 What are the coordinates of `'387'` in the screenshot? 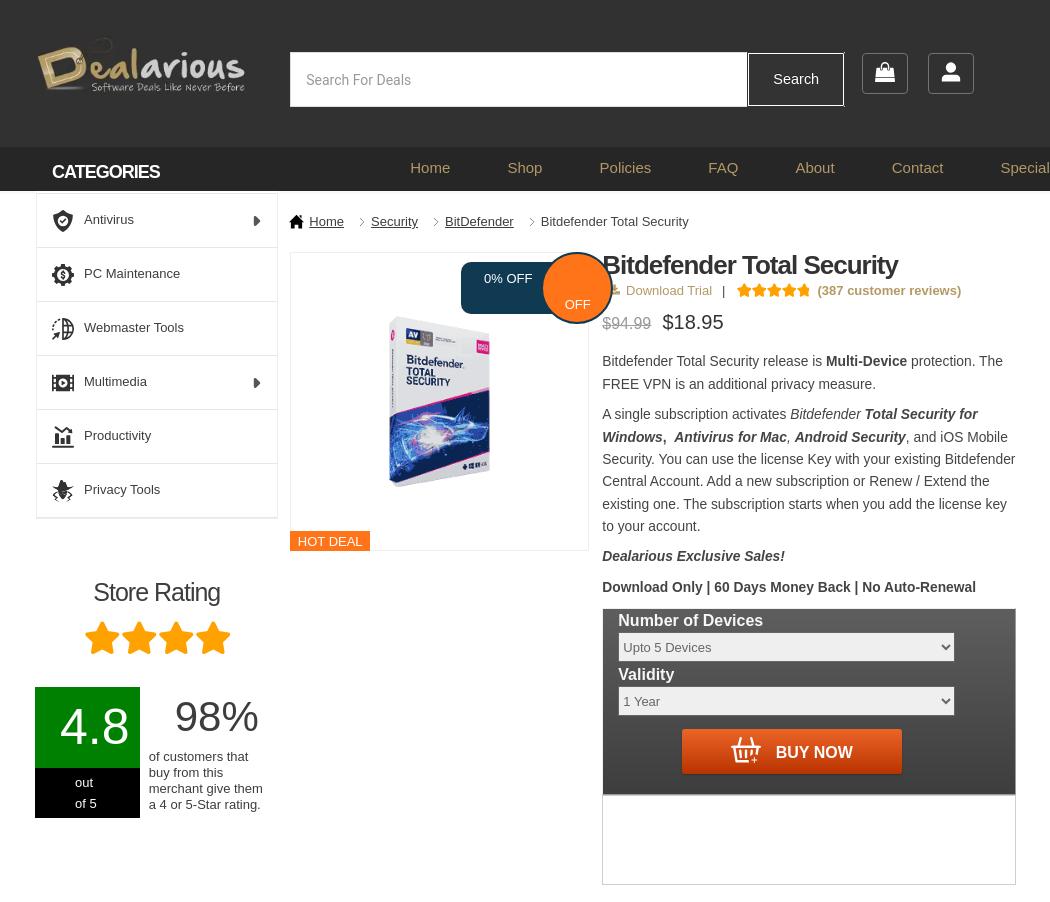 It's located at (832, 290).